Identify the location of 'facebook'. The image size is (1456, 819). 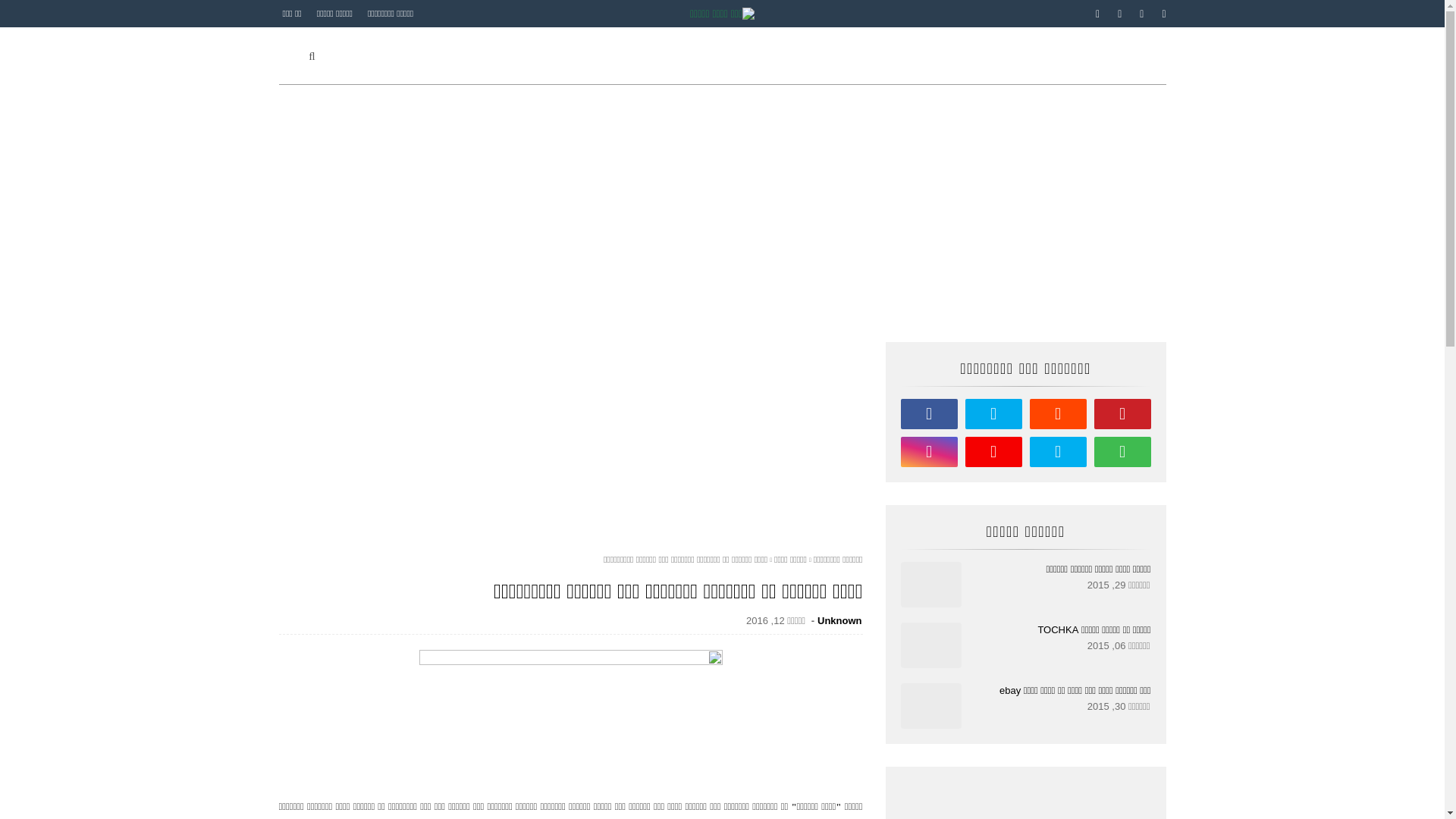
(928, 414).